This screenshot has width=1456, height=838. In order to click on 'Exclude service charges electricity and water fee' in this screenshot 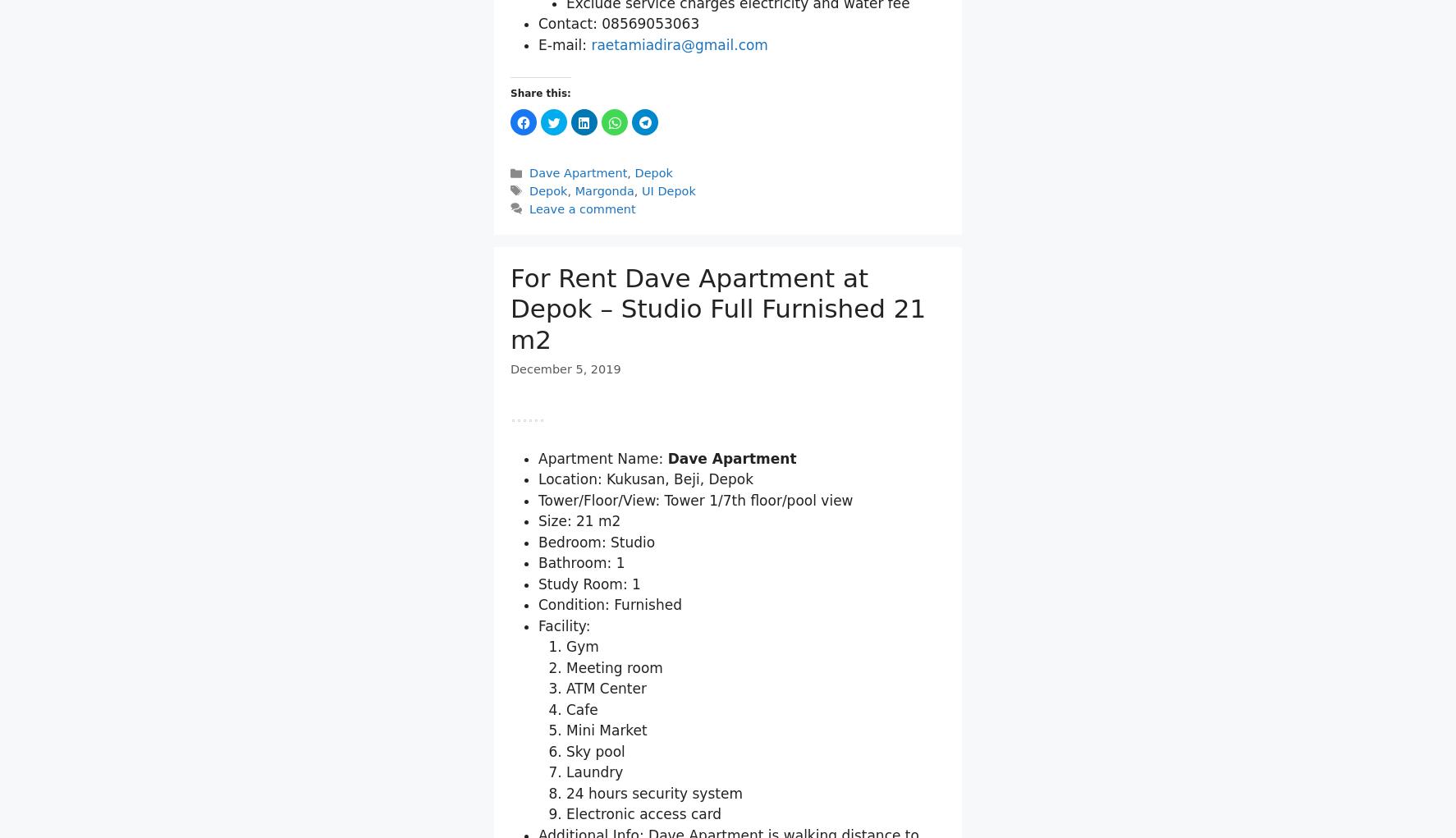, I will do `click(737, 193)`.